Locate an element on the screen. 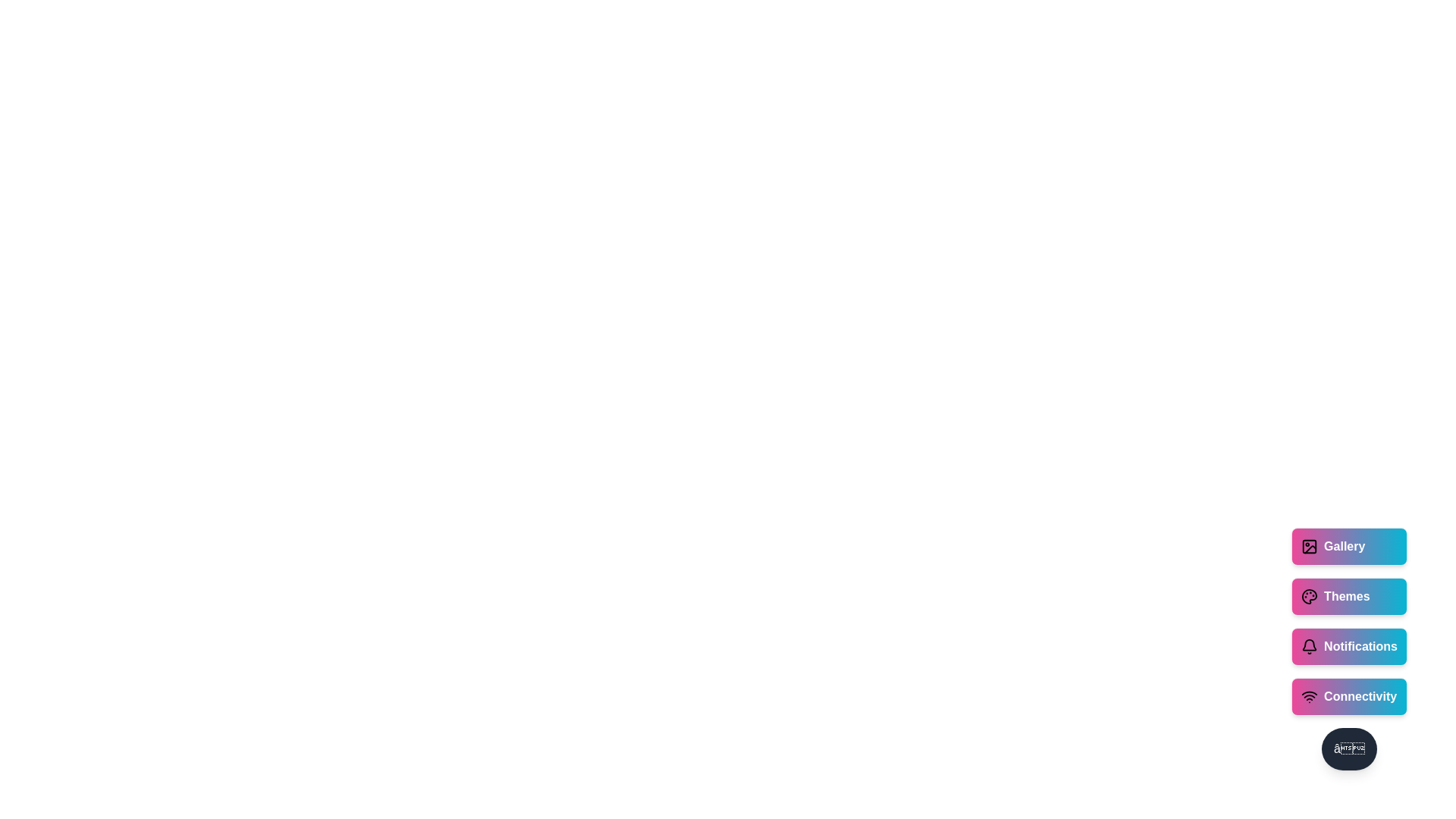  the 'Connectivity' button with a gradient background and Wi-Fi icon is located at coordinates (1349, 696).